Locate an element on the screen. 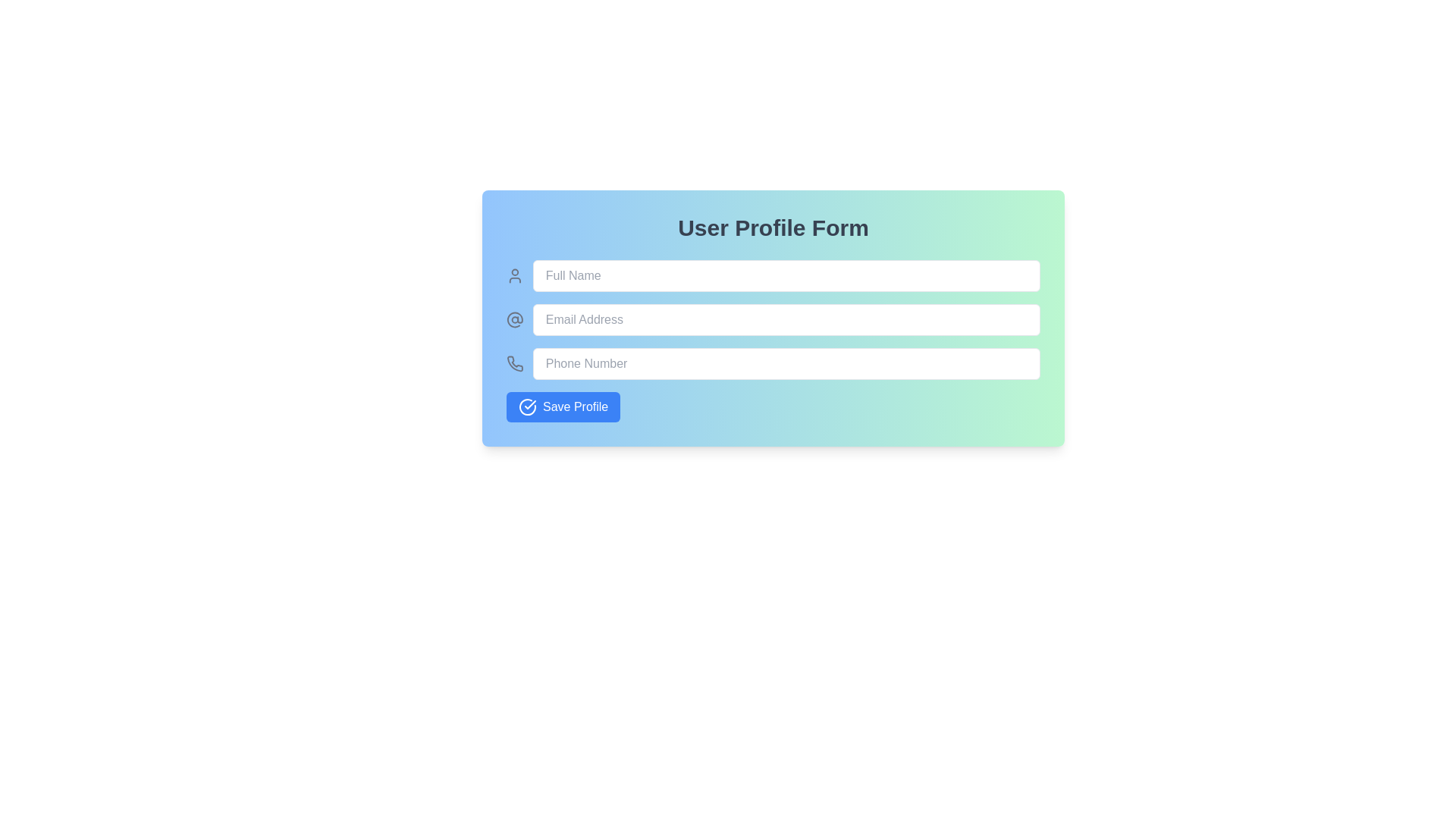 This screenshot has width=1456, height=819. the email input field is located at coordinates (773, 318).